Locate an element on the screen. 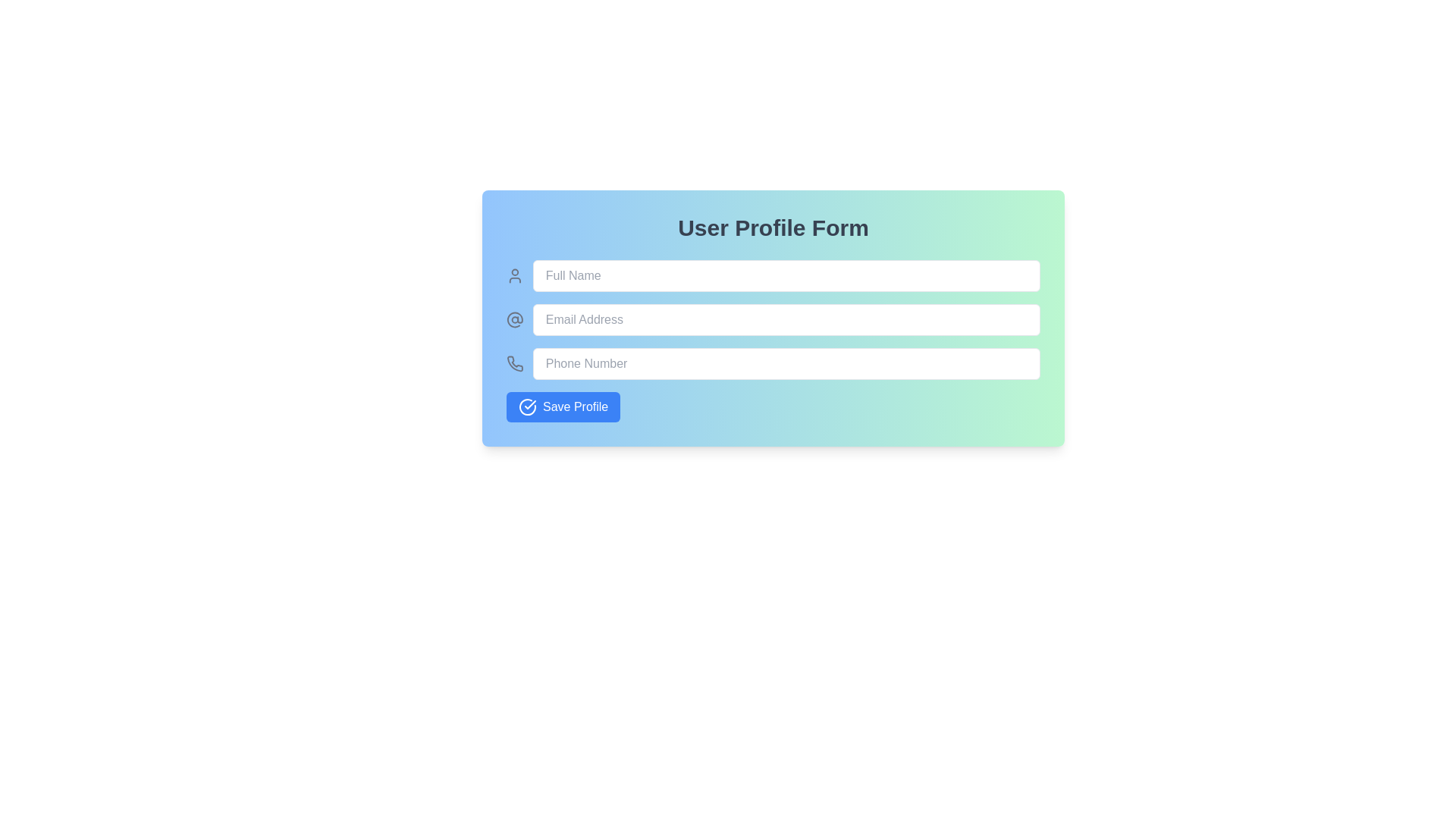 This screenshot has width=1456, height=819. the email input field is located at coordinates (773, 318).